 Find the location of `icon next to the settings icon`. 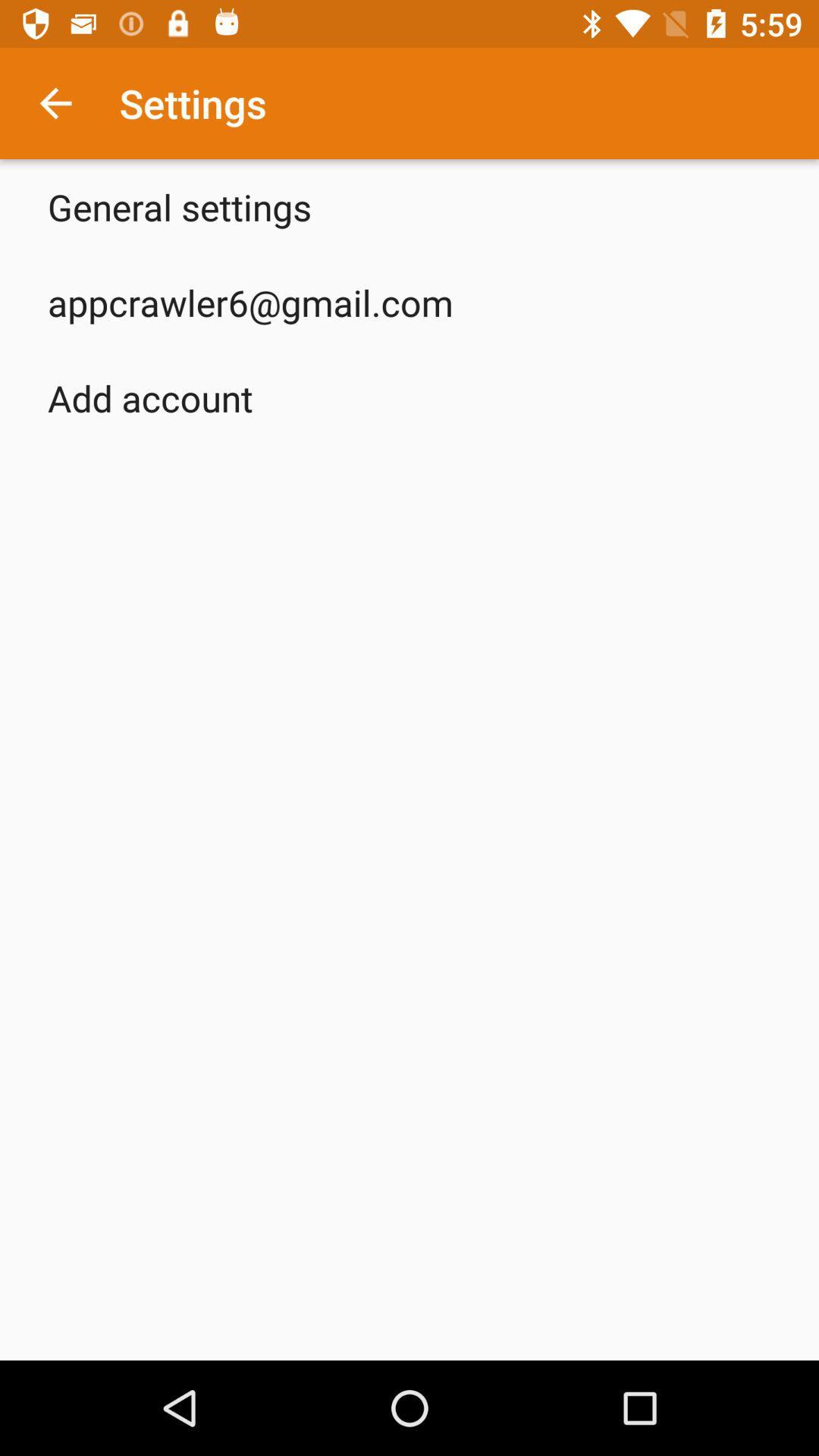

icon next to the settings icon is located at coordinates (55, 102).